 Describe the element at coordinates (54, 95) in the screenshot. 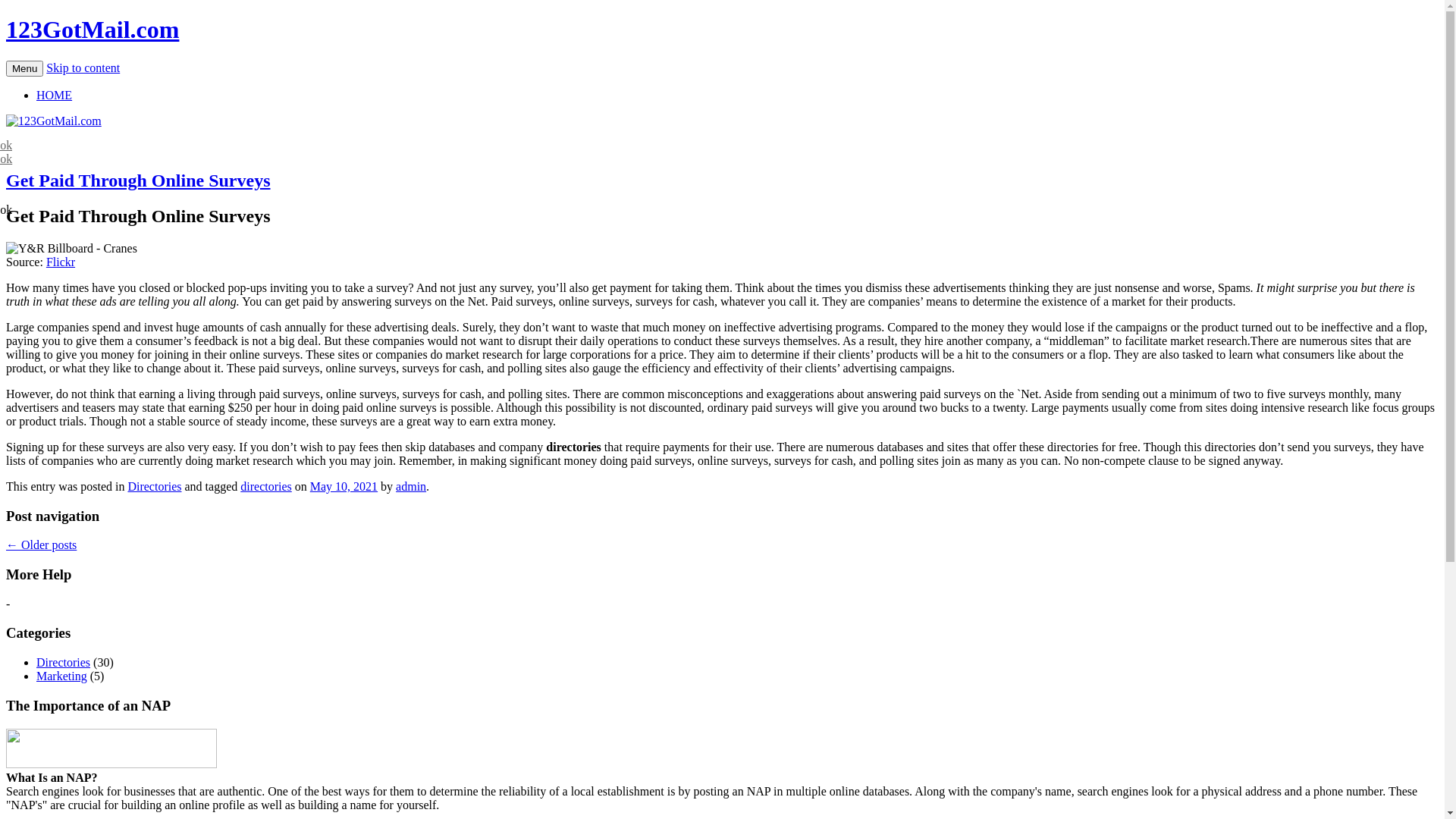

I see `'HOME'` at that location.